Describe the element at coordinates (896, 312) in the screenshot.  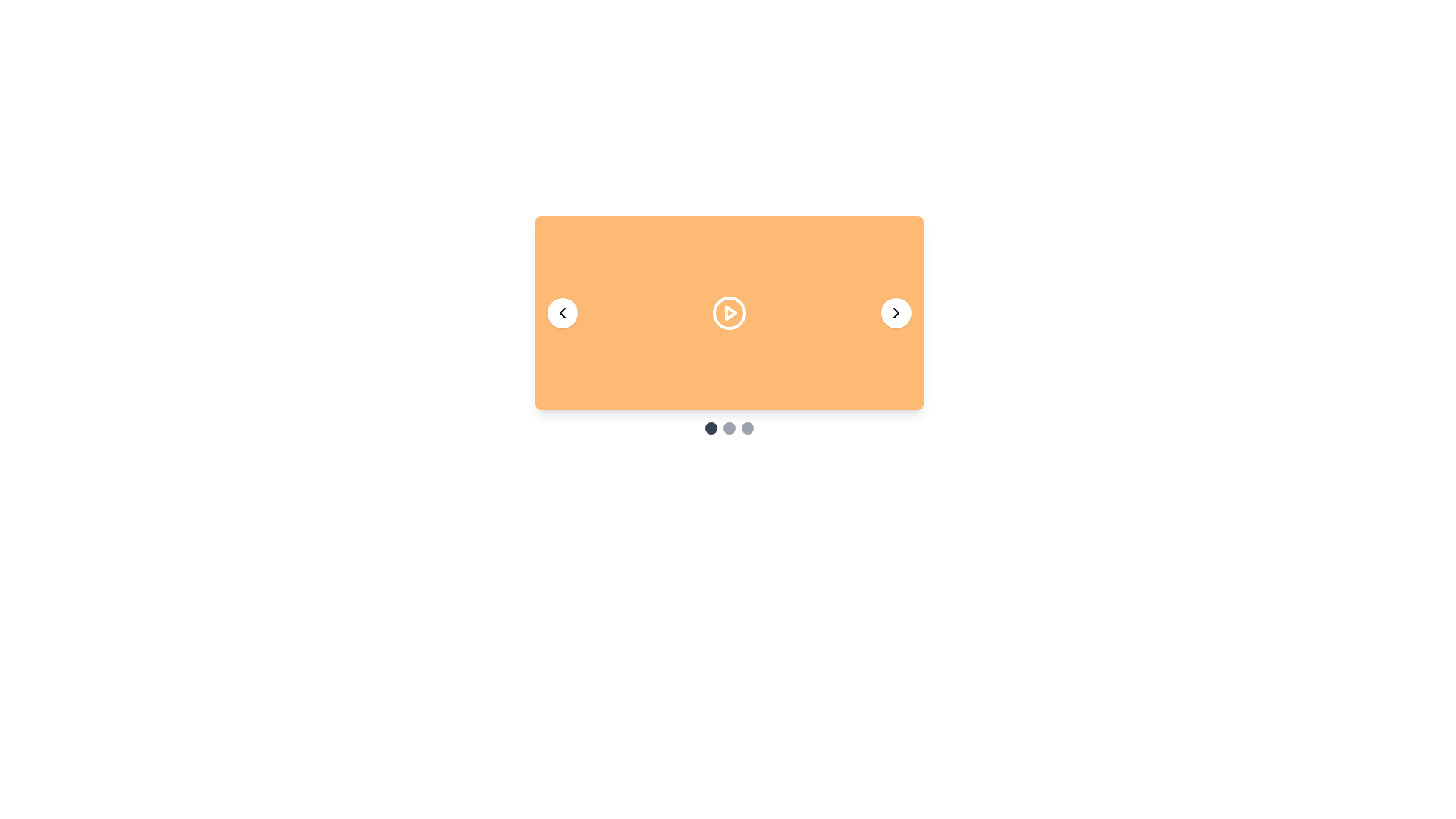
I see `the navigation icon located on the right side of the orange rectangle button` at that location.